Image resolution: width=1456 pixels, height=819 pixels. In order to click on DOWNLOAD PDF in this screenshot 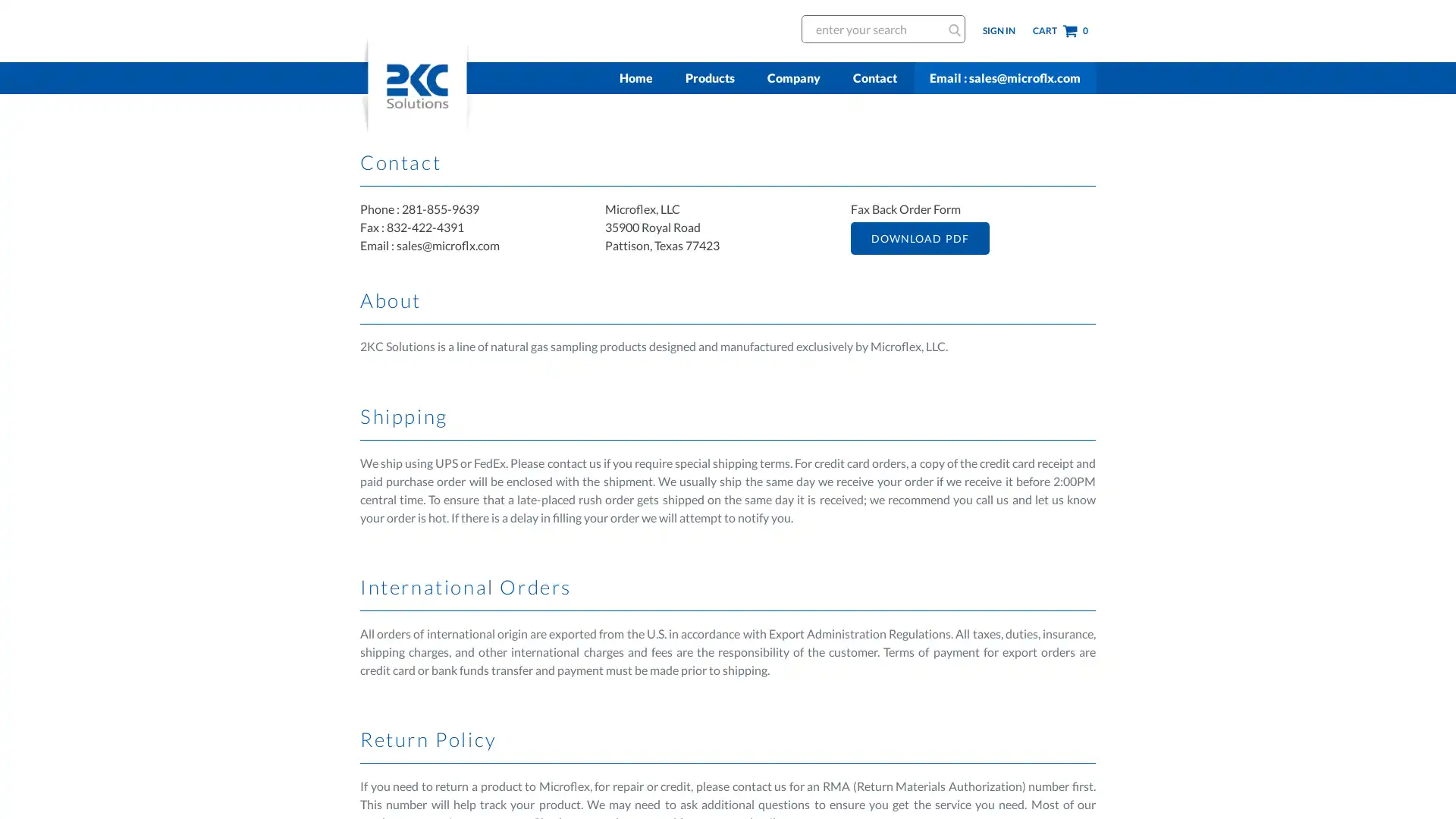, I will do `click(919, 237)`.